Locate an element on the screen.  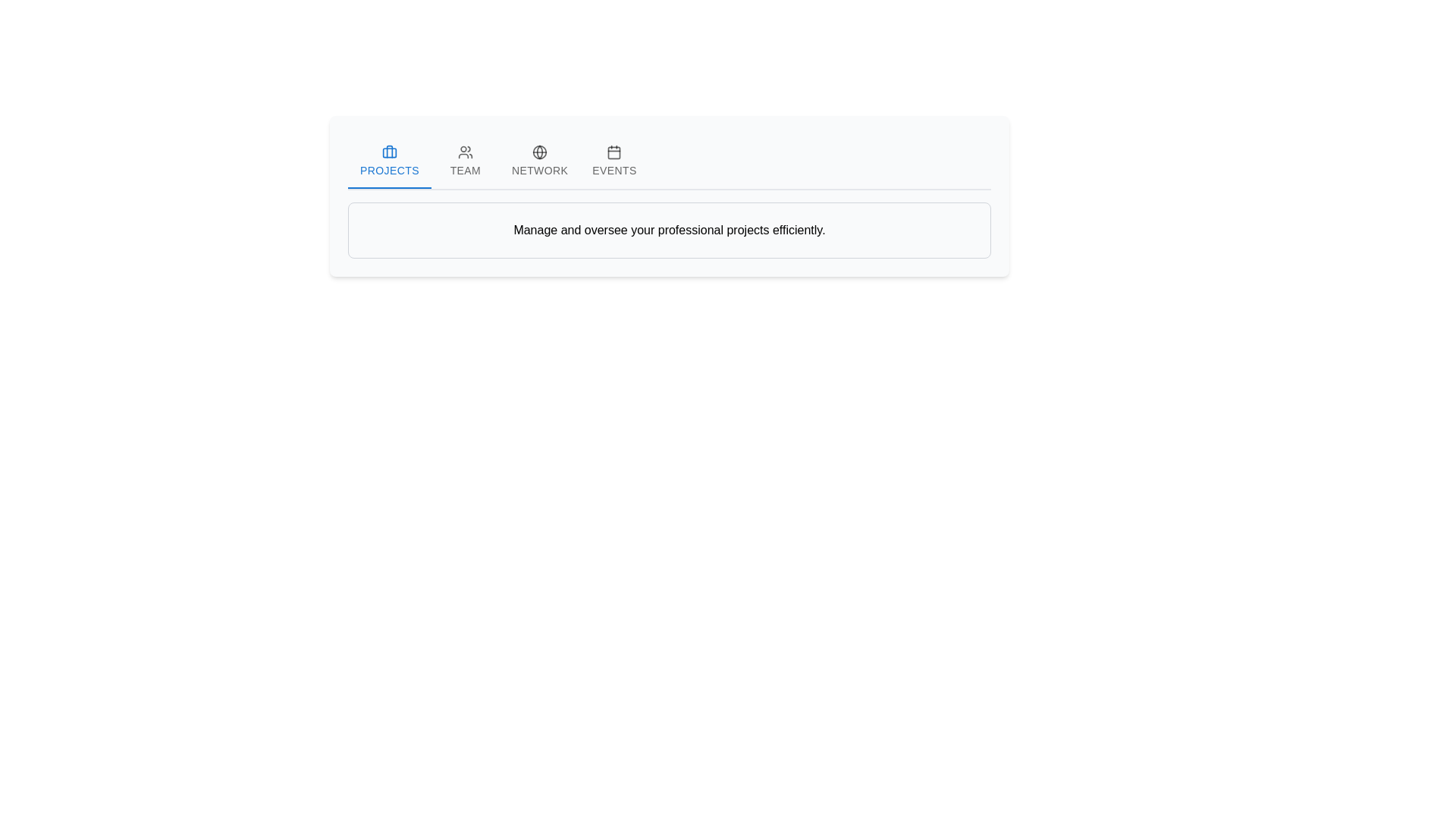
the circular SVG icon representing the globe in the 'NETWORK' tab is located at coordinates (540, 152).